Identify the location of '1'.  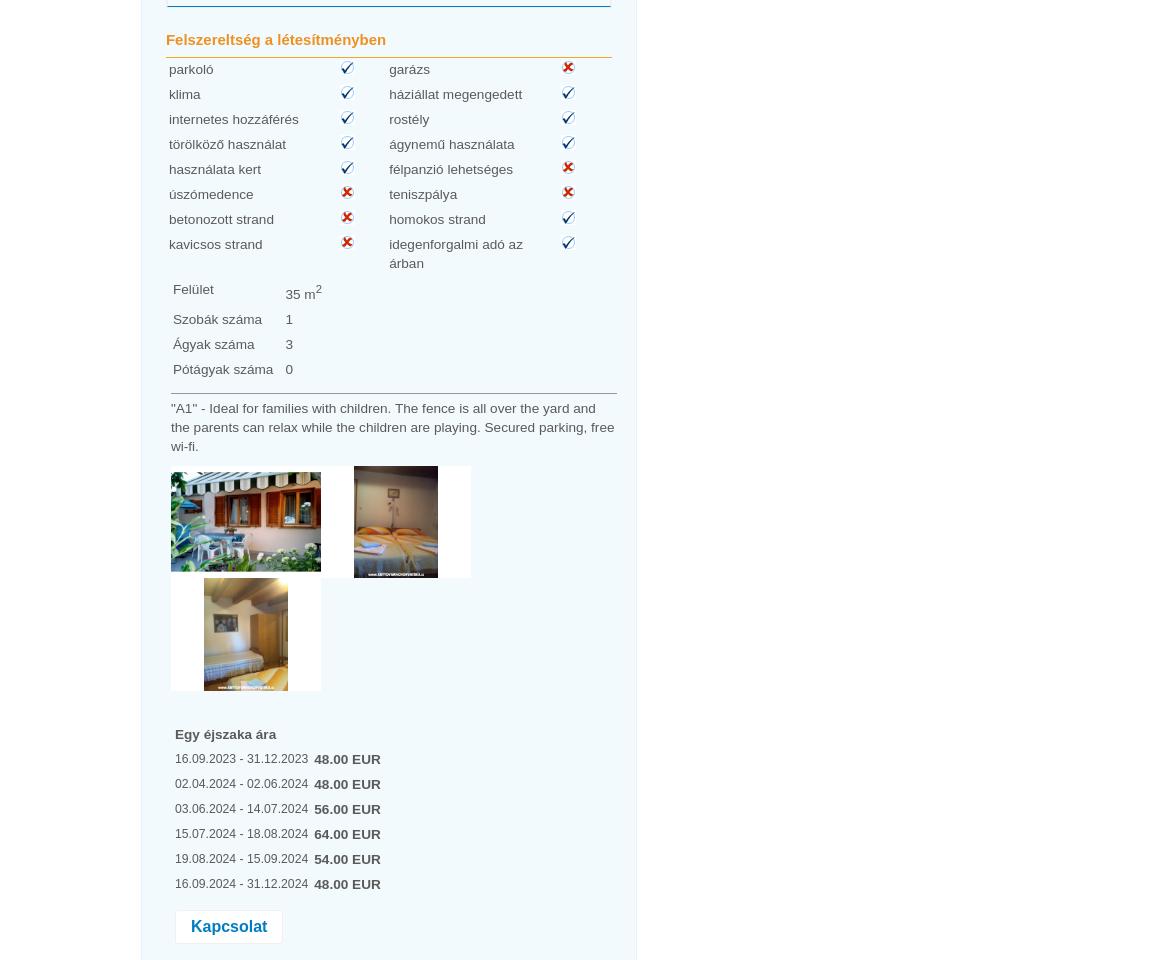
(288, 318).